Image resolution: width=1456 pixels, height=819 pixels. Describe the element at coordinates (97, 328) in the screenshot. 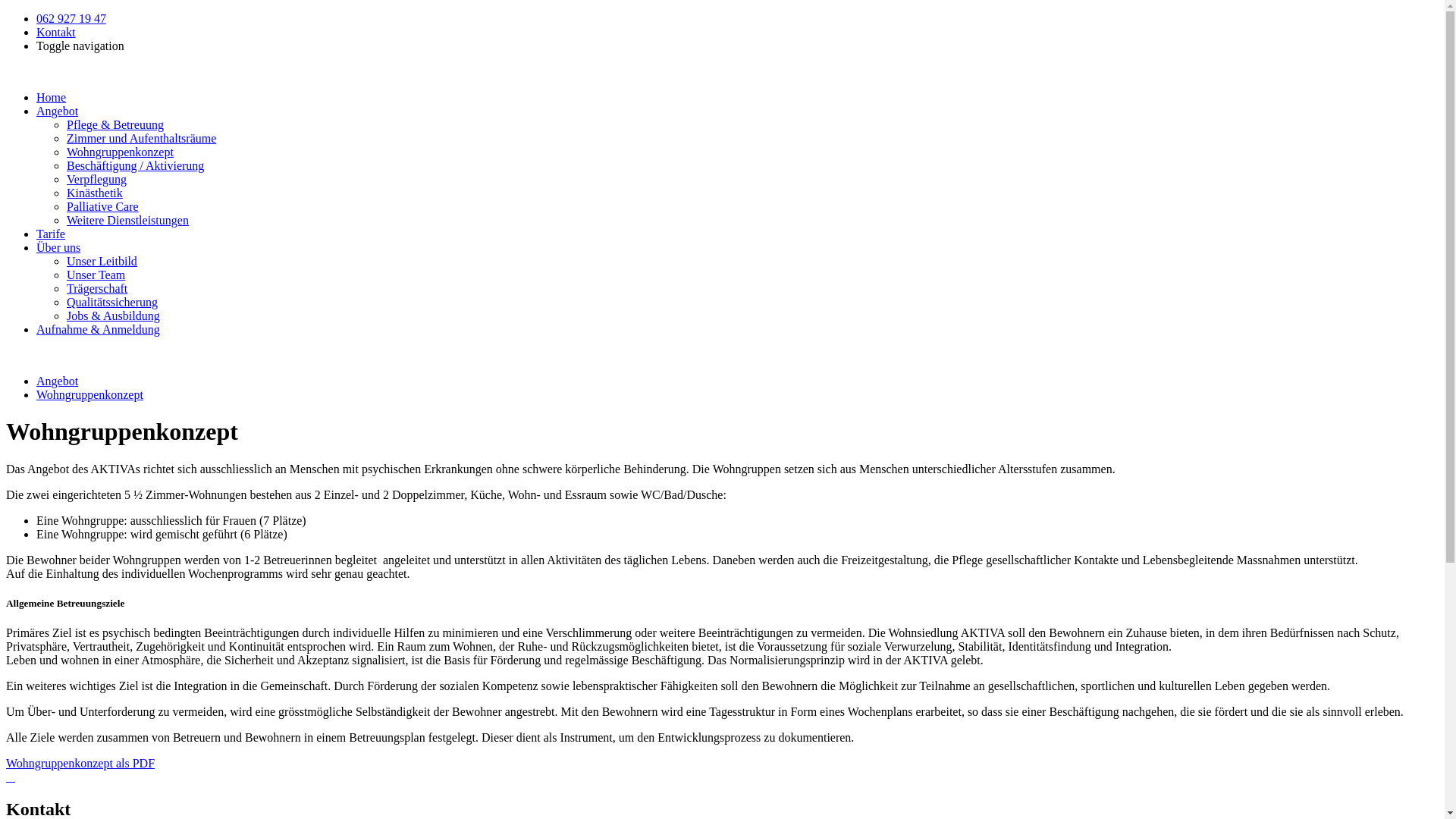

I see `'Aufnahme & Anmeldung'` at that location.